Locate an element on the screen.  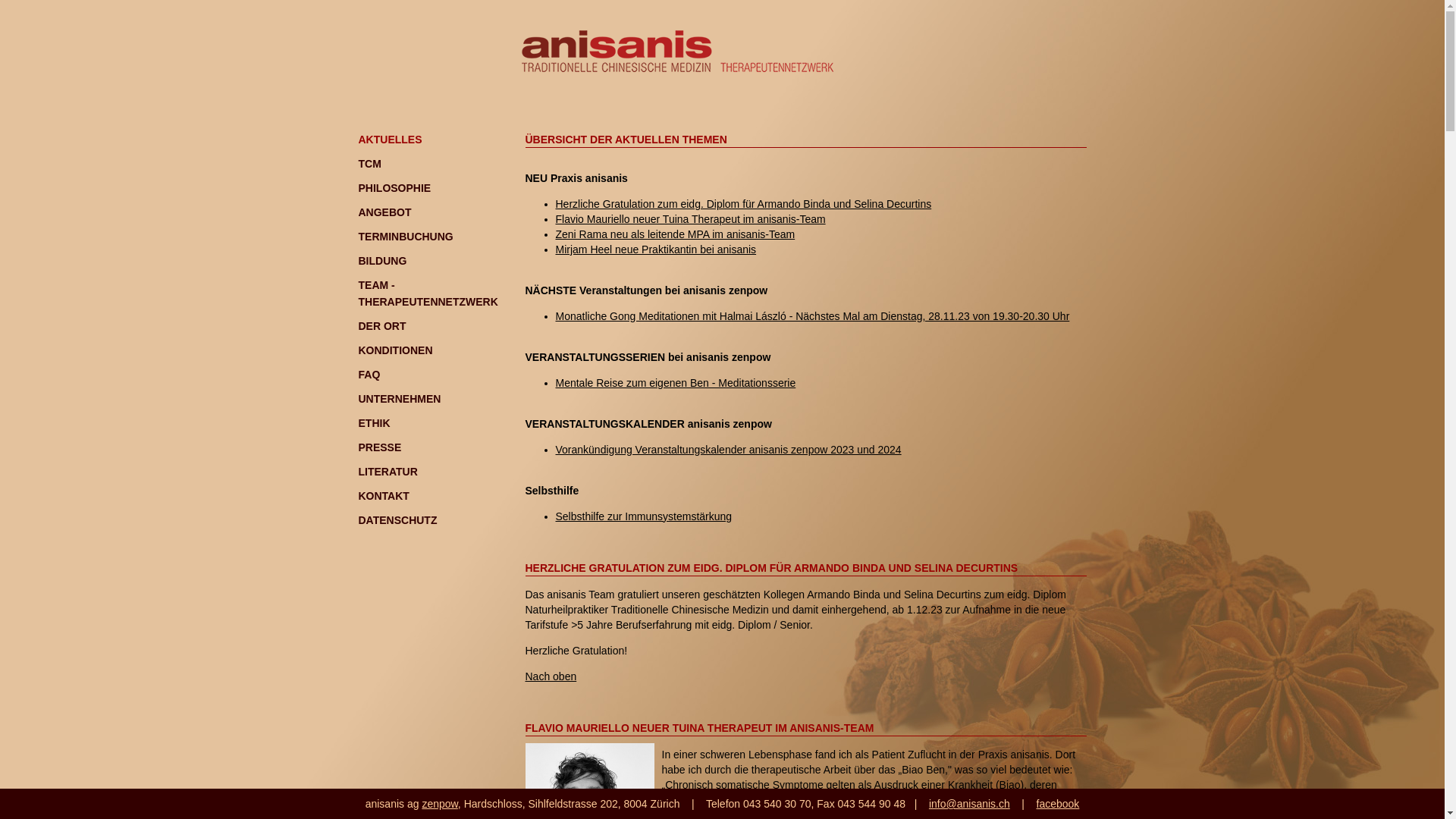
'ETHIK' is located at coordinates (374, 423).